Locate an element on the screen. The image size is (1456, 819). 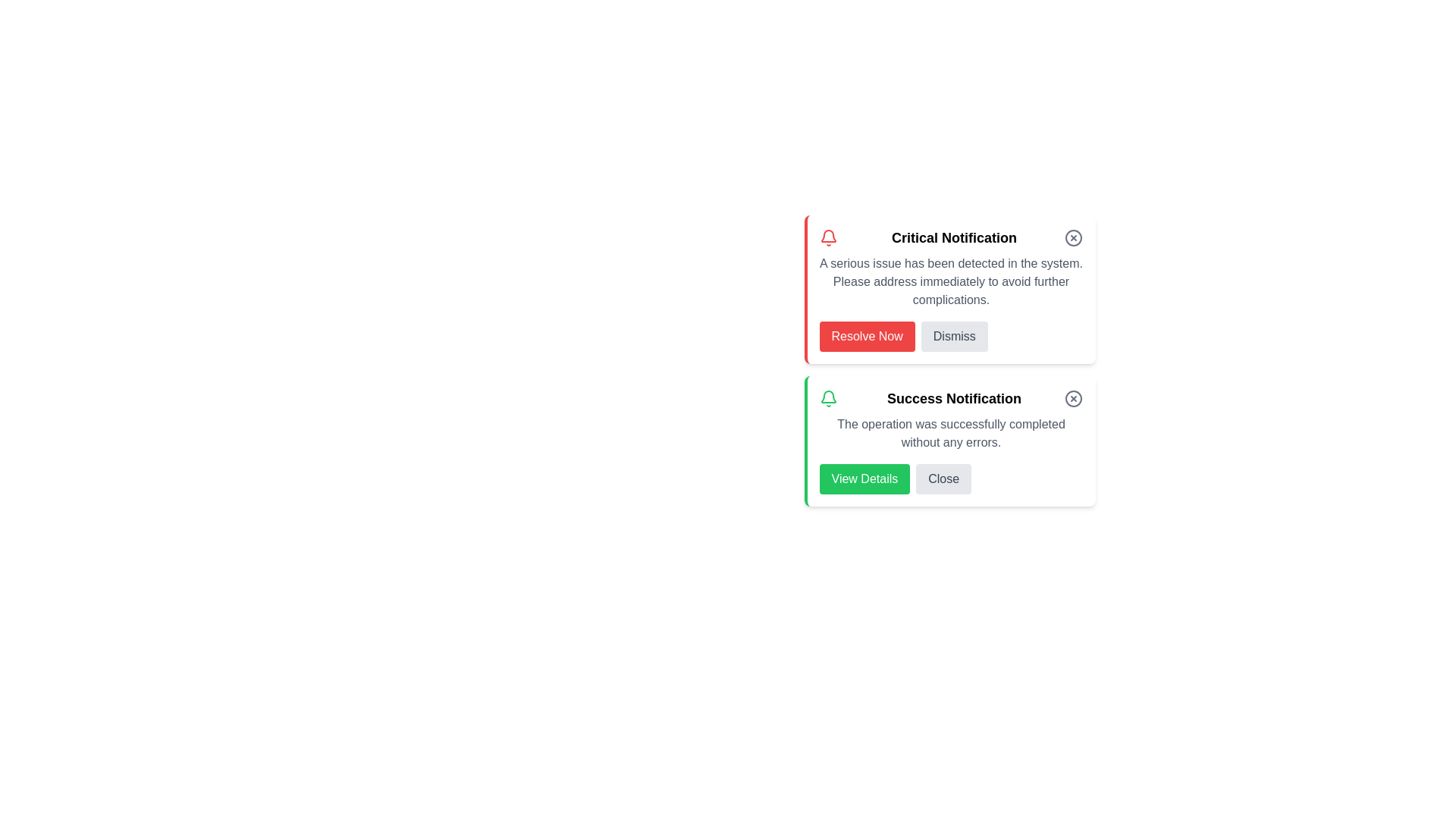
the dual-button group in the bottom right corner of the 'Critical Notification' card is located at coordinates (950, 335).